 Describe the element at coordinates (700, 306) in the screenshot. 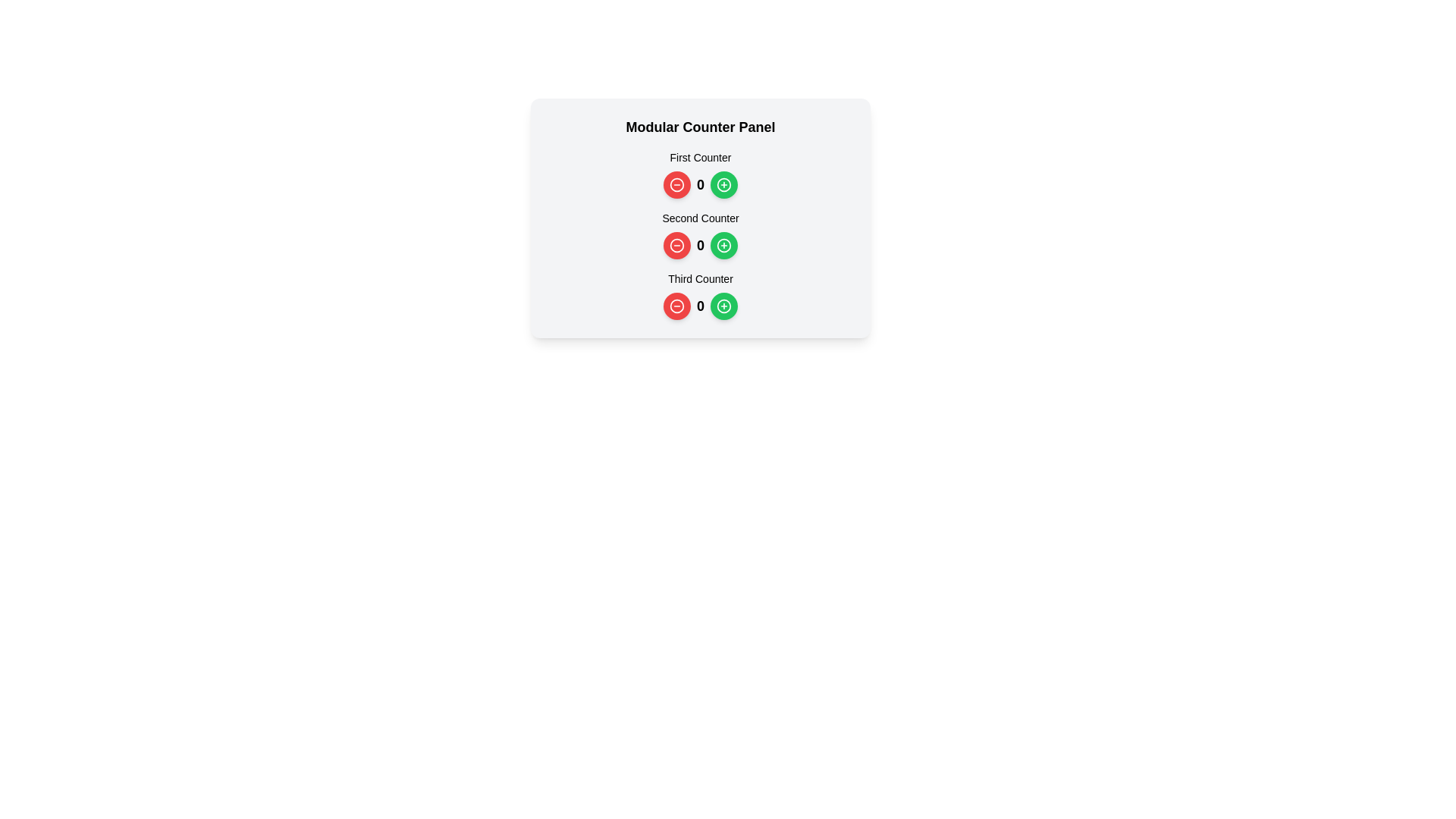

I see `displayed value of the counter in the 'Third Counter' group, which is dynamically updated based on user interactions with the increment and decrement buttons` at that location.